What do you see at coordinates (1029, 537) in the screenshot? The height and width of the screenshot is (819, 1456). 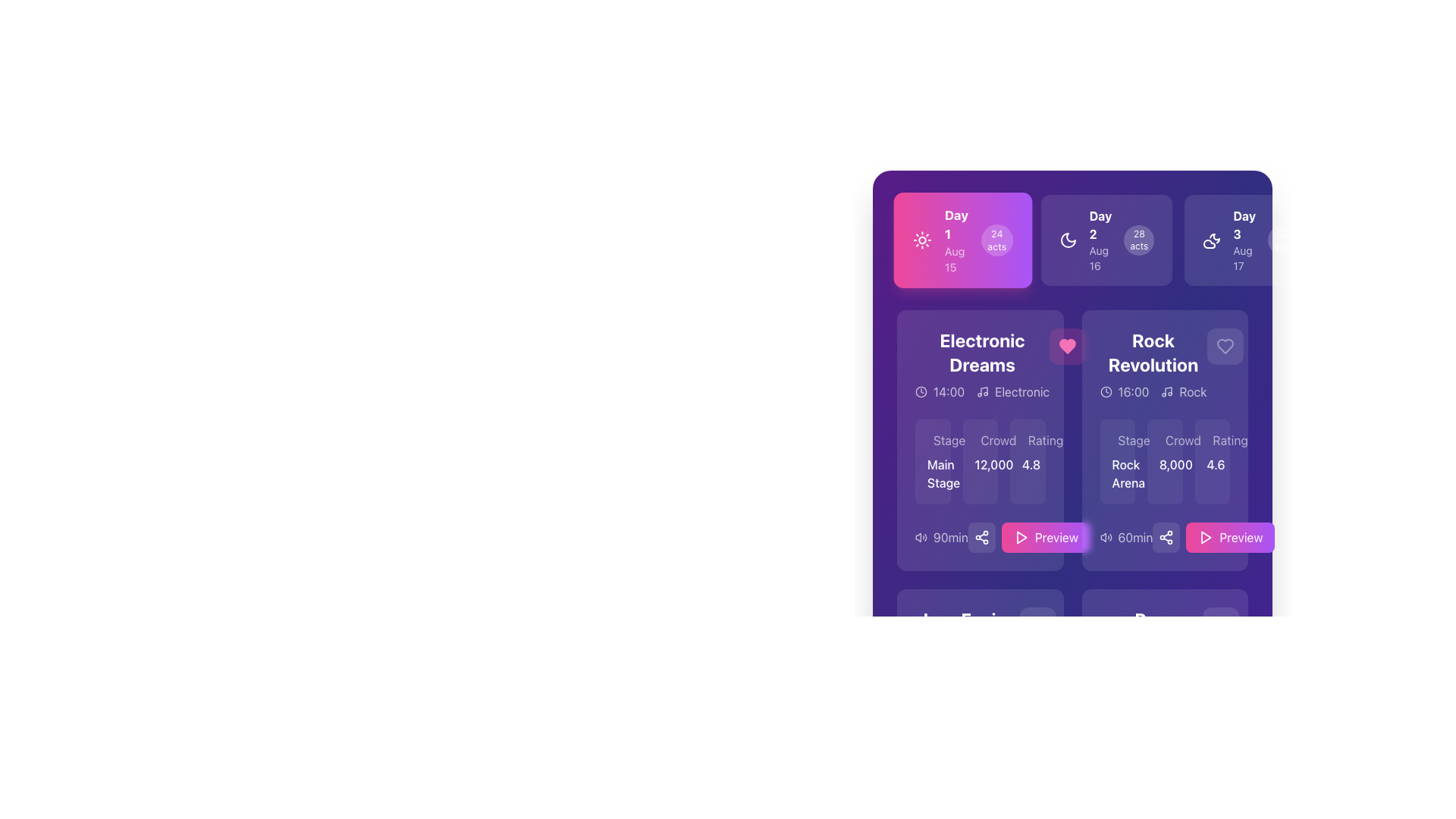 I see `the button in the bottom right quadrant of the 'Electronic Dreams' card` at bounding box center [1029, 537].